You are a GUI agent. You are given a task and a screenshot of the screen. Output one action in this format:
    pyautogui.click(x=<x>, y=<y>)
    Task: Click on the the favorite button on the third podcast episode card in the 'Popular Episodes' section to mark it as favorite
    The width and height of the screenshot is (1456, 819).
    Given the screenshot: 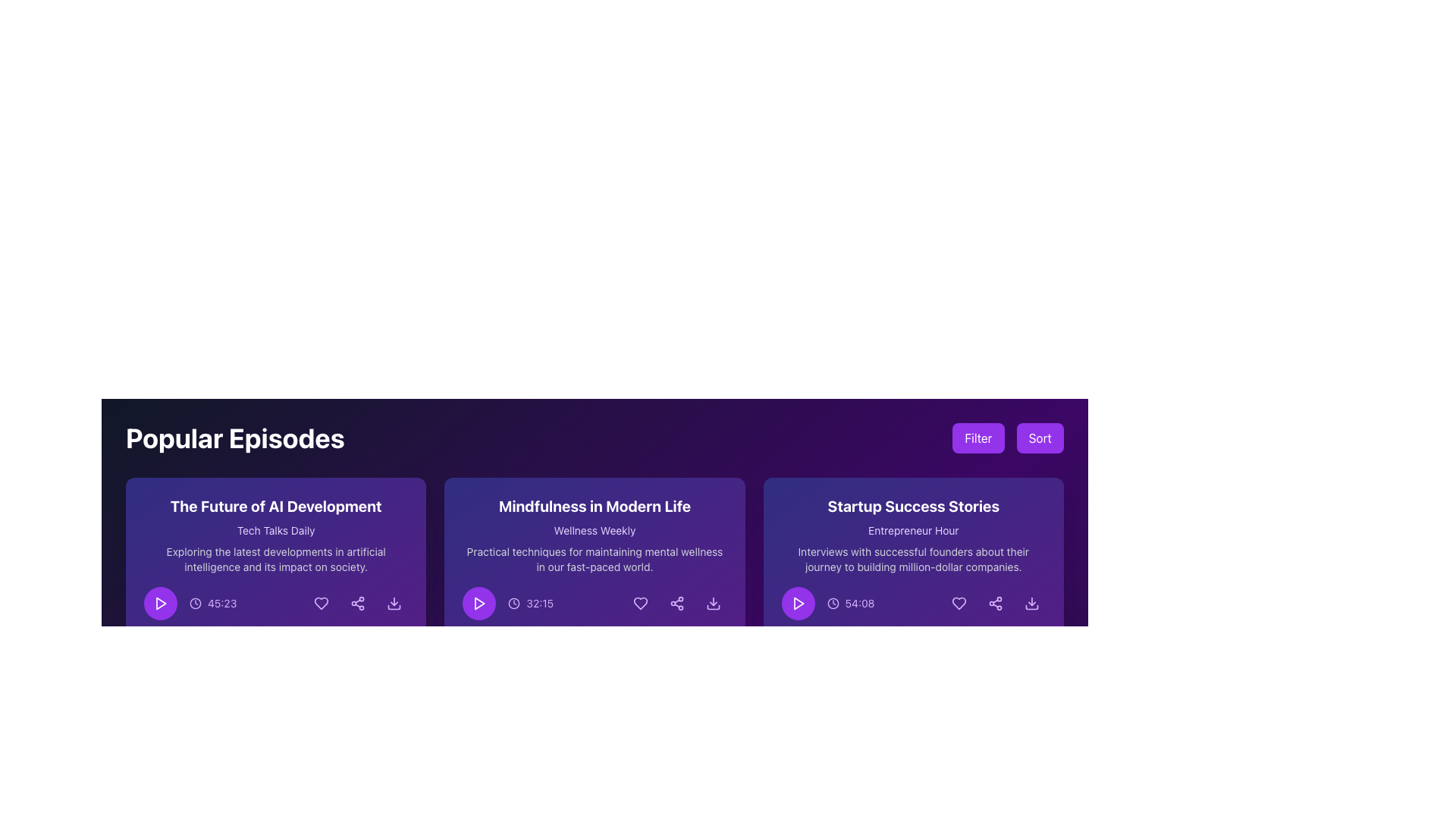 What is the action you would take?
    pyautogui.click(x=912, y=579)
    